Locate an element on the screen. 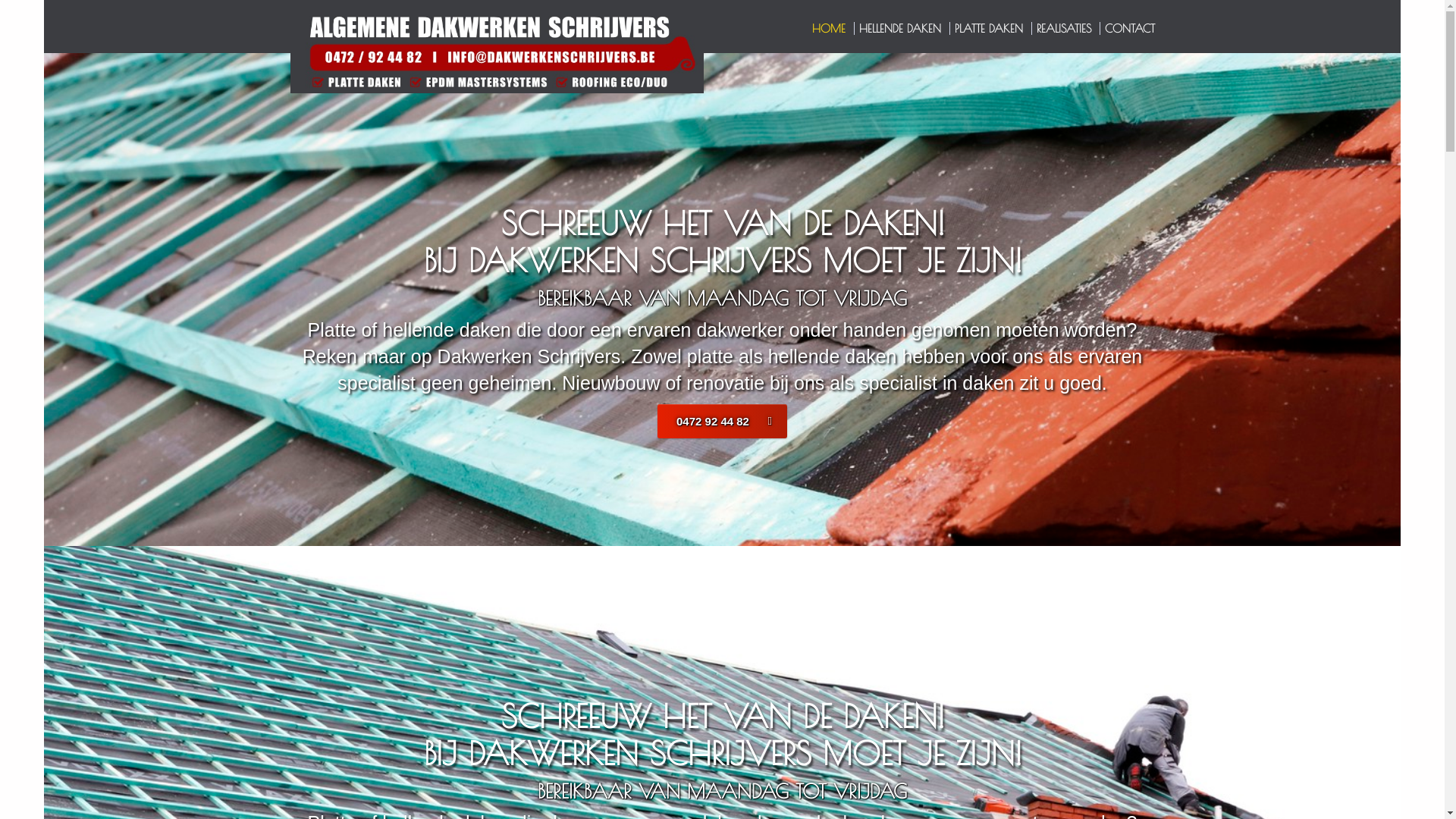 The image size is (1456, 819). 'HELLENDE DAKEN' is located at coordinates (901, 28).